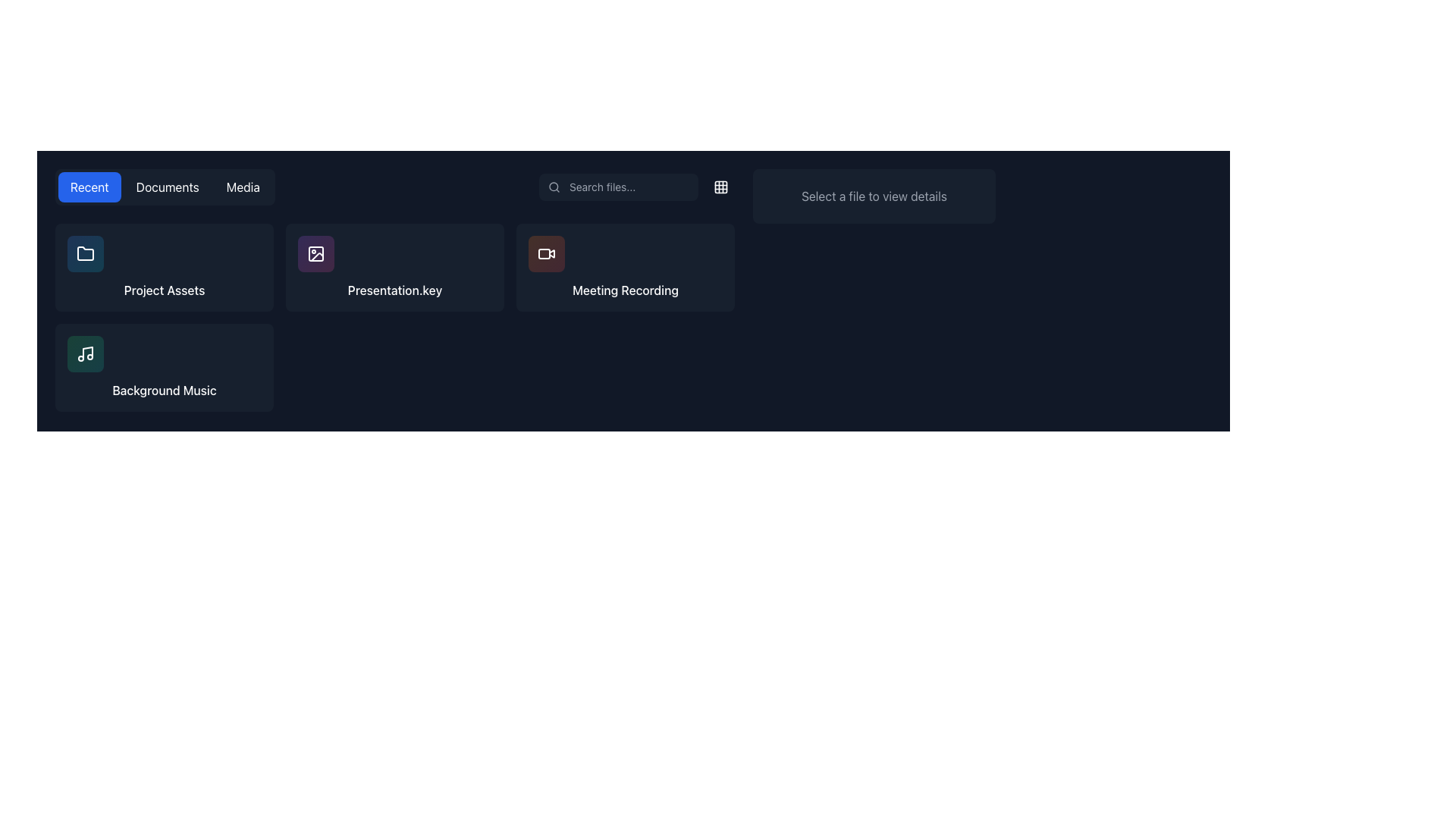 Image resolution: width=1456 pixels, height=819 pixels. I want to click on the text label that displays 'Background Music', which is styled in white font against a dark background, located in the lower-left area of the layout below a music icon, so click(164, 390).